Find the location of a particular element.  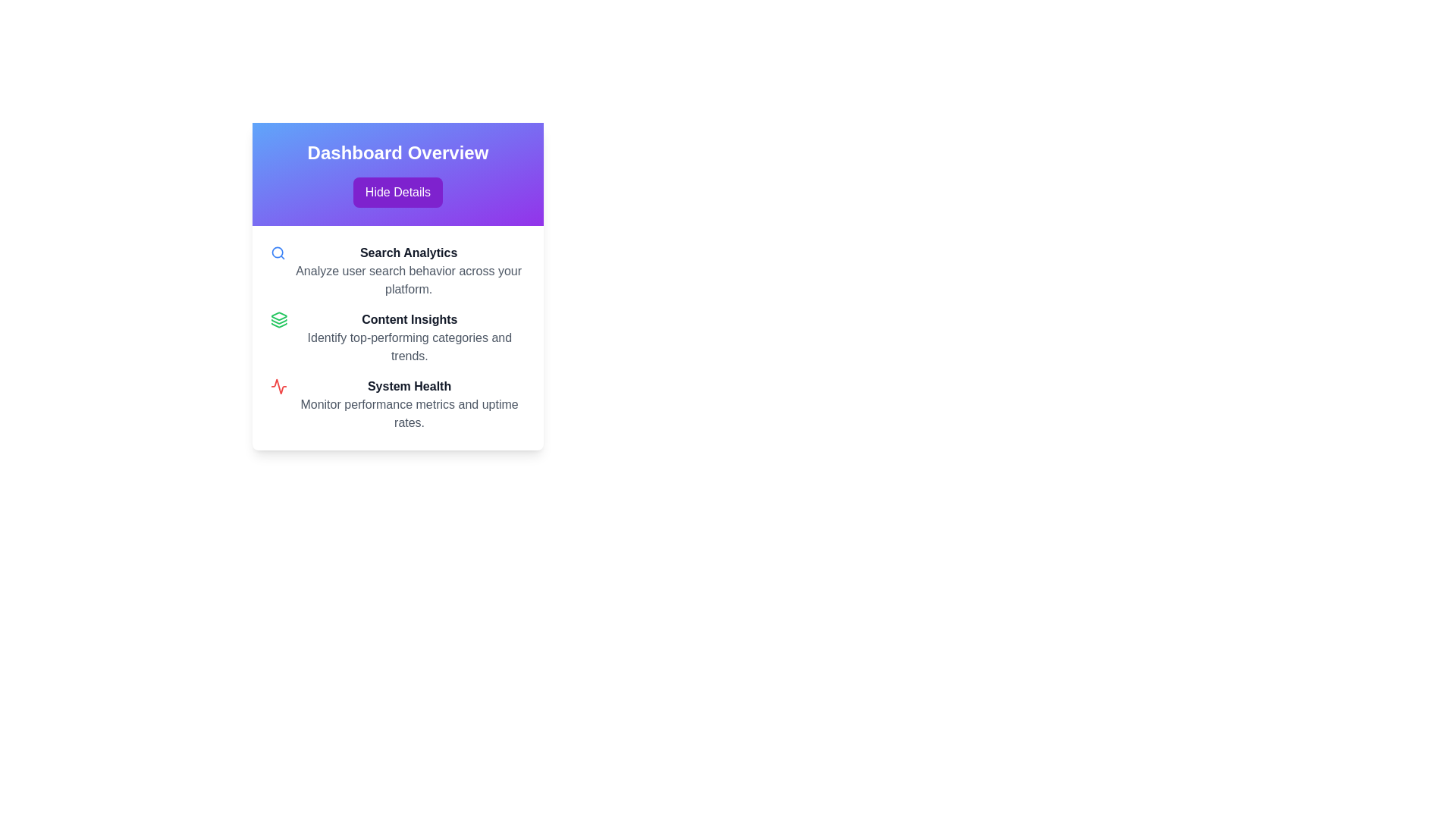

text description of the system's health status and analytics, which is the third entry in a vertically stacked list, located near the bottom of the card interface is located at coordinates (397, 403).